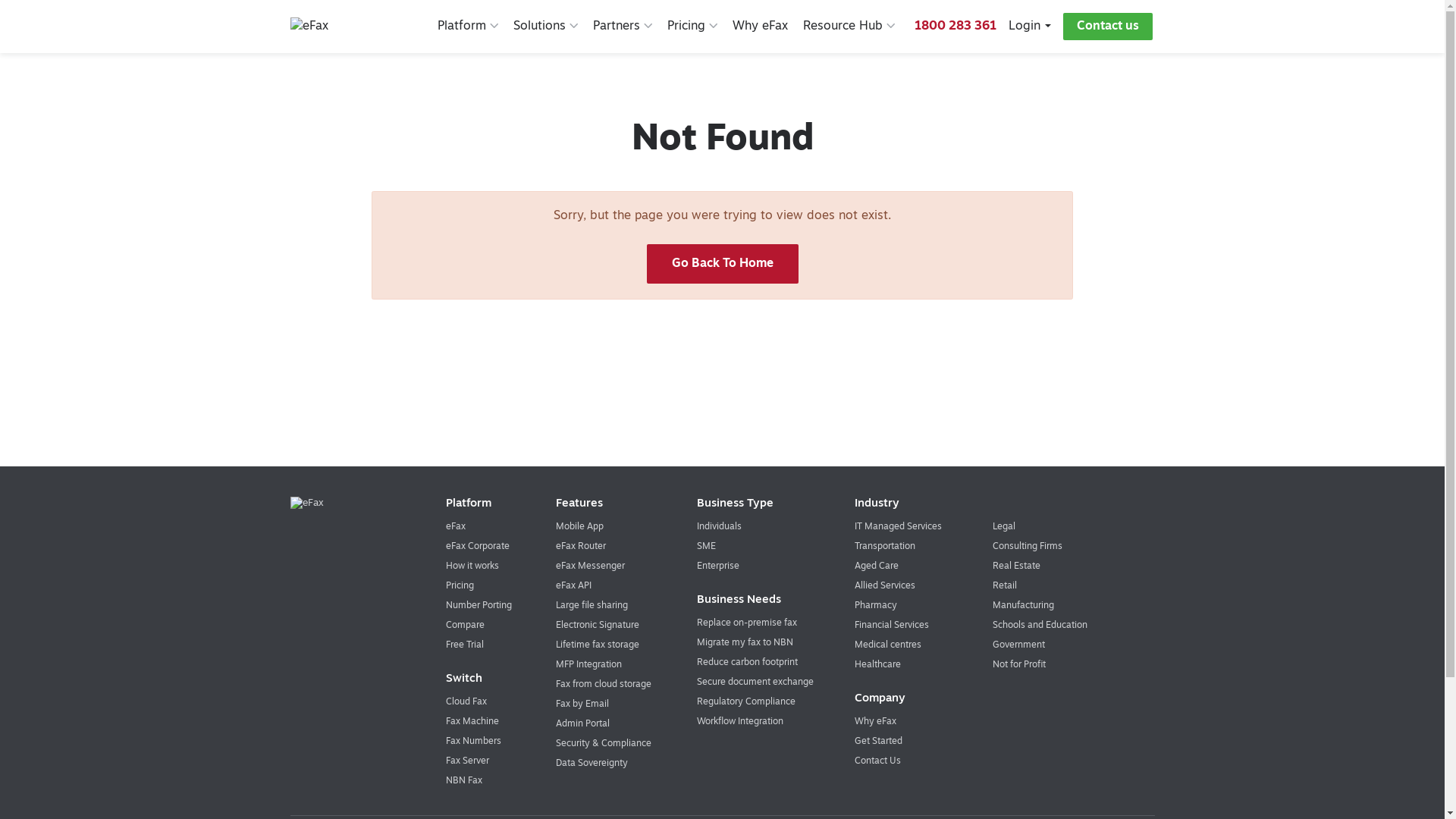  I want to click on 'Number Porting', so click(478, 604).